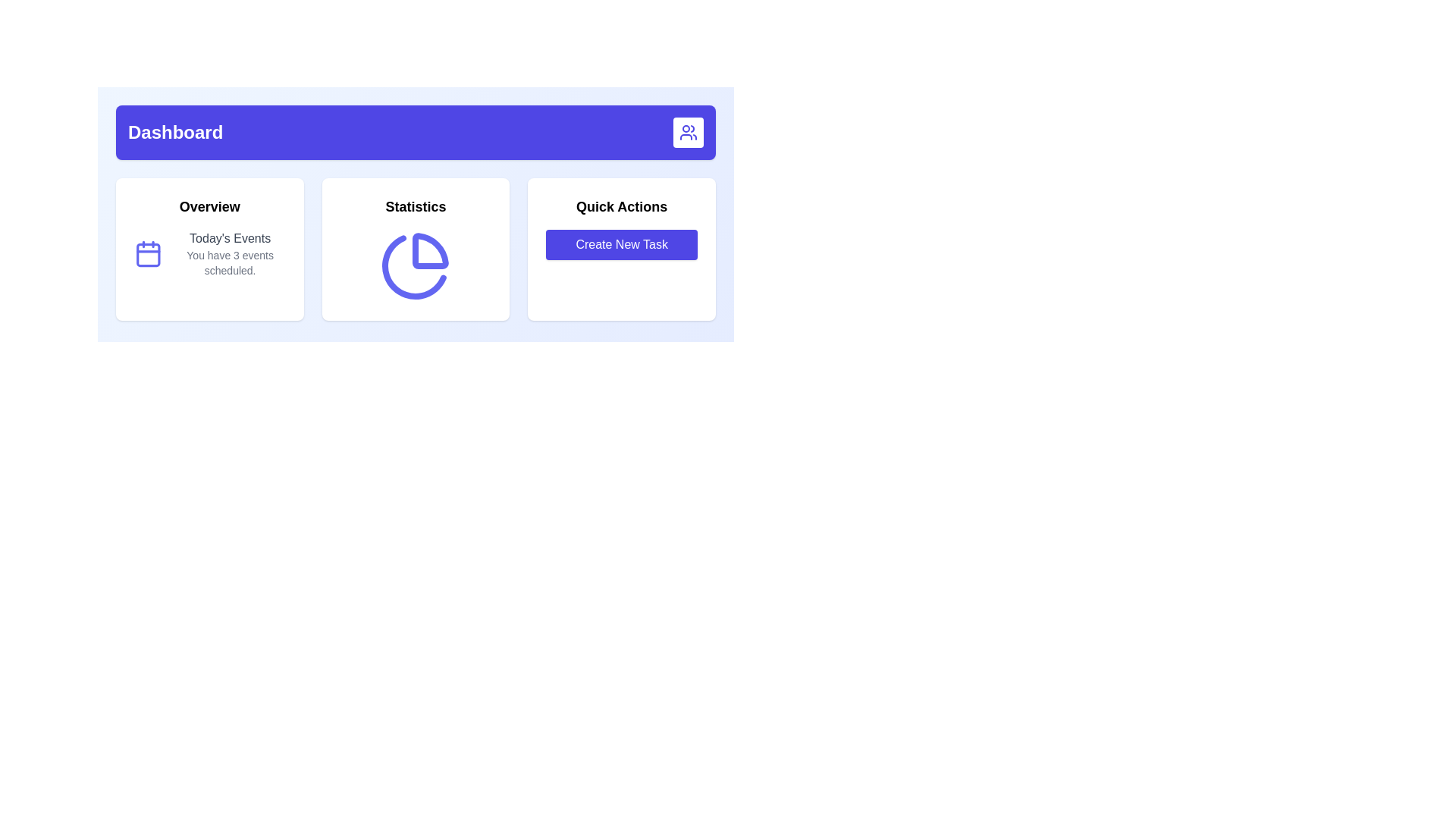 The image size is (1456, 819). Describe the element at coordinates (622, 207) in the screenshot. I see `the 'Quick Actions' text label, which is a bold, large font header located at the top of a card-like section in the upper-right corner of the interface` at that location.